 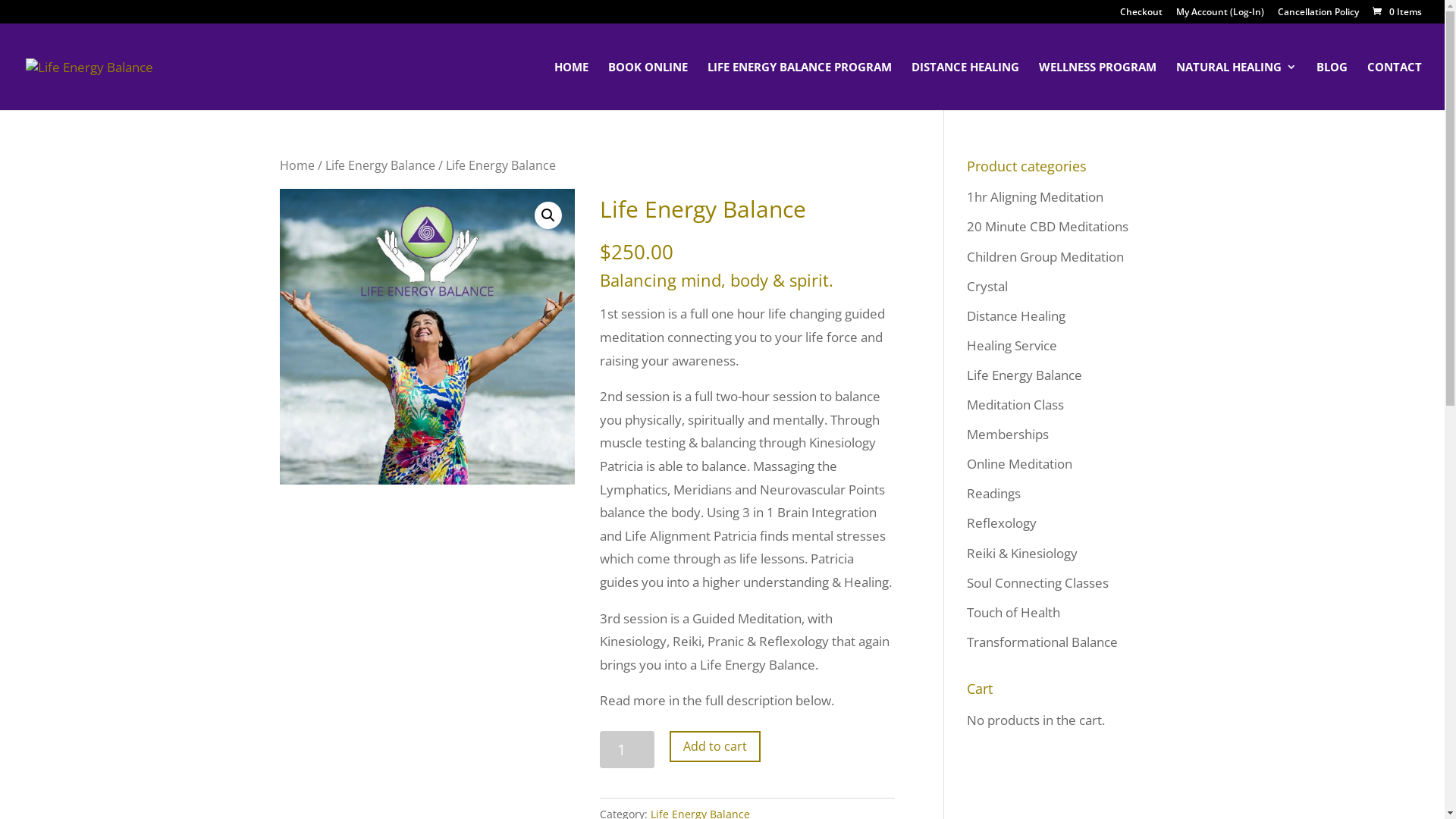 What do you see at coordinates (1012, 611) in the screenshot?
I see `'Touch of Health'` at bounding box center [1012, 611].